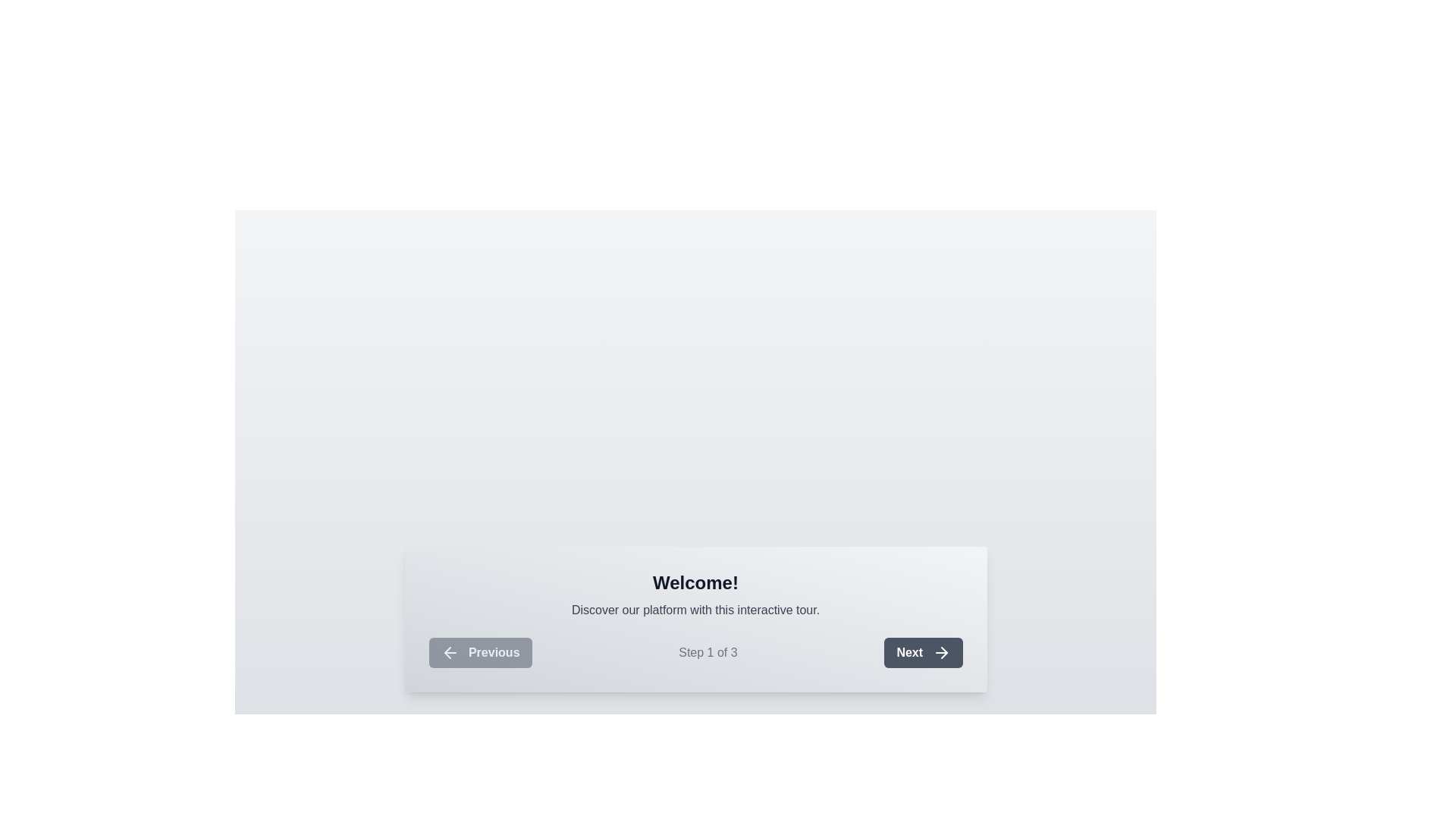 The height and width of the screenshot is (819, 1456). What do you see at coordinates (940, 652) in the screenshot?
I see `the visual indicator icon for the 'Next' button located at the bottom-right corner of the modal interface` at bounding box center [940, 652].